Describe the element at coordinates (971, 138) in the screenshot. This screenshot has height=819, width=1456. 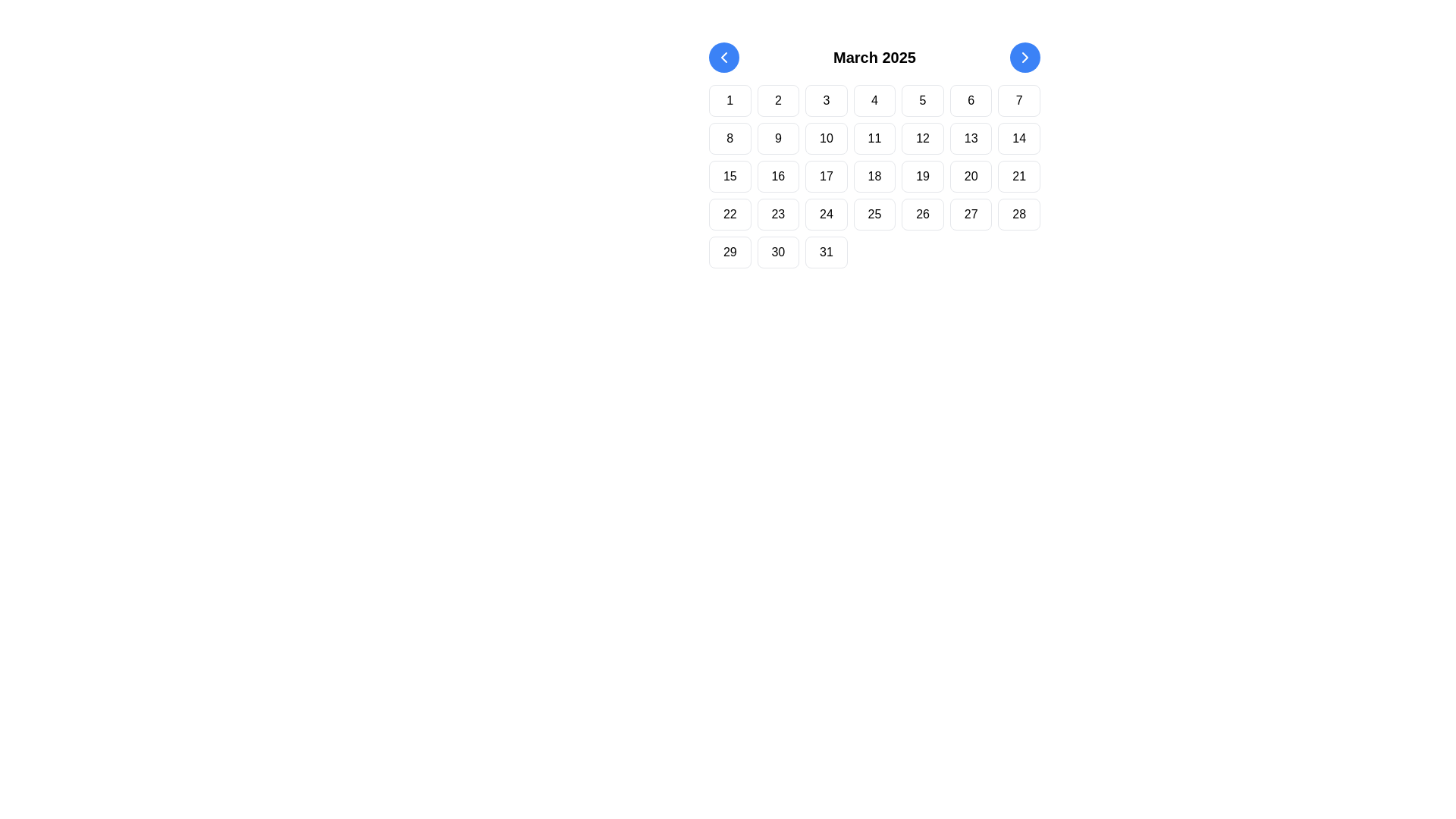
I see `the button representing the 13th day in the calendar view` at that location.